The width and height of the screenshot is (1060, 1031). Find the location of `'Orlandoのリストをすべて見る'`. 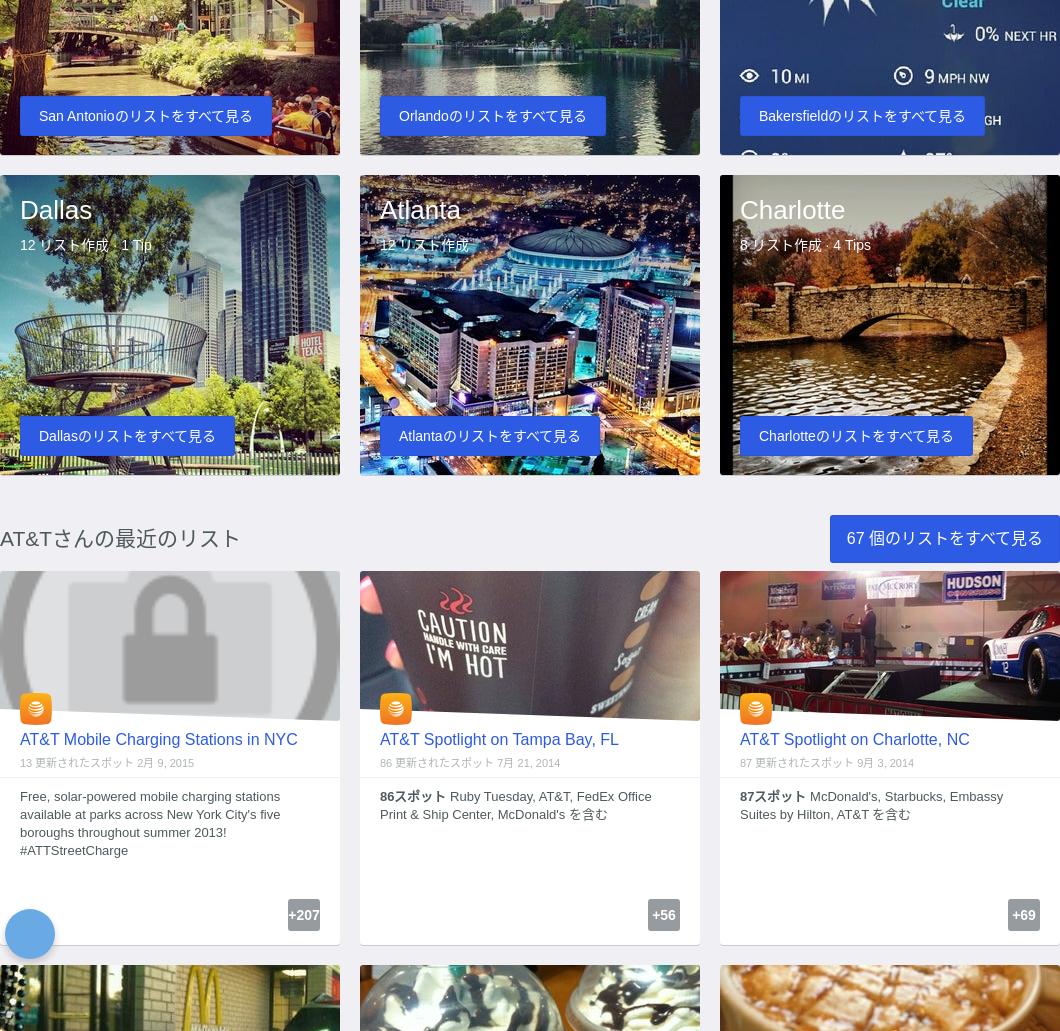

'Orlandoのリストをすべて見る' is located at coordinates (491, 113).